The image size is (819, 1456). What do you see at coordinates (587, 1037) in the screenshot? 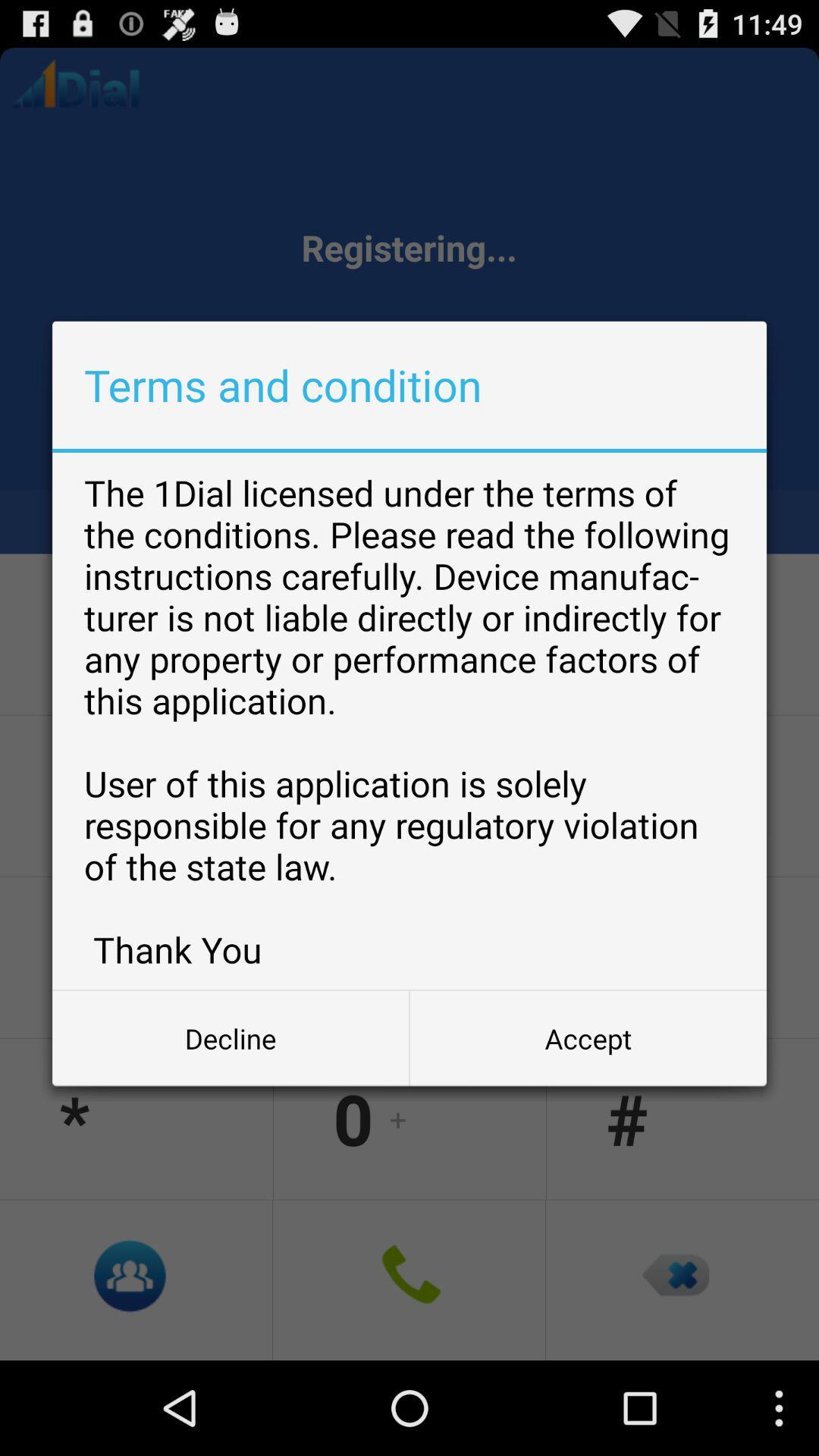
I see `the item below the 1dial licensed` at bounding box center [587, 1037].